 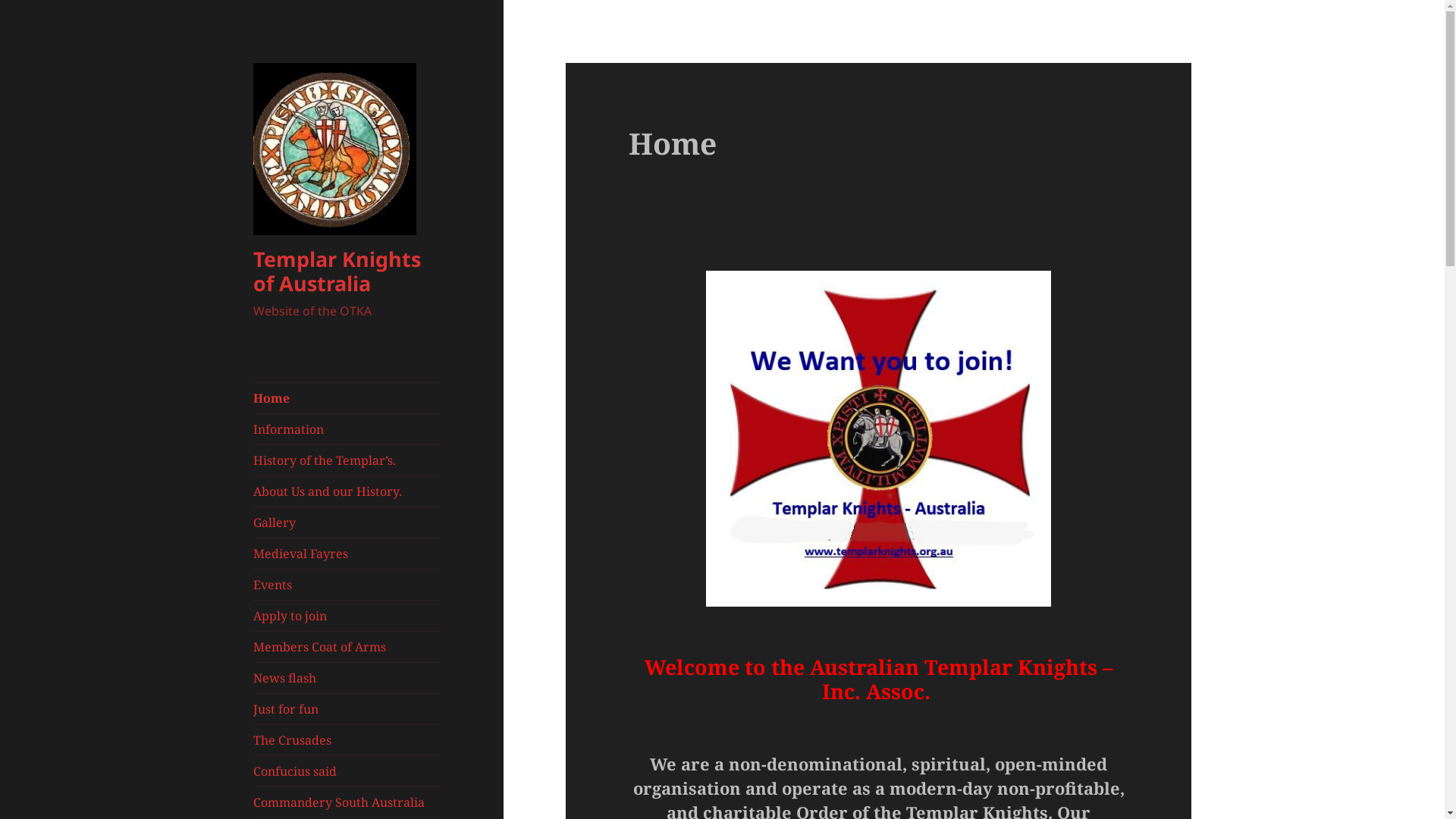 What do you see at coordinates (346, 801) in the screenshot?
I see `'Commandery South Australia'` at bounding box center [346, 801].